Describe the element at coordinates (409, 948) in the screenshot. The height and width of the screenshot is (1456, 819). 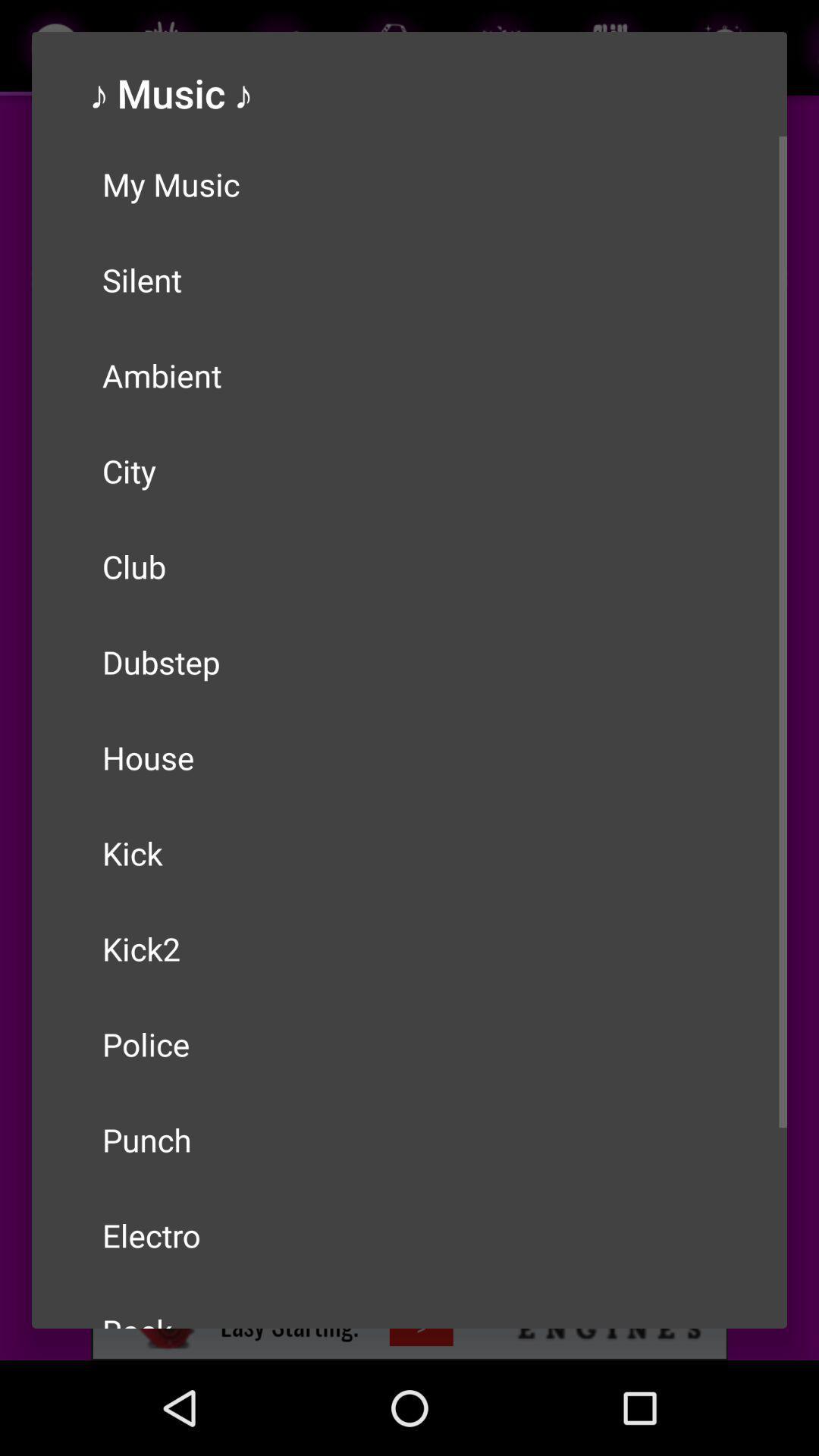
I see `icon above 		police icon` at that location.